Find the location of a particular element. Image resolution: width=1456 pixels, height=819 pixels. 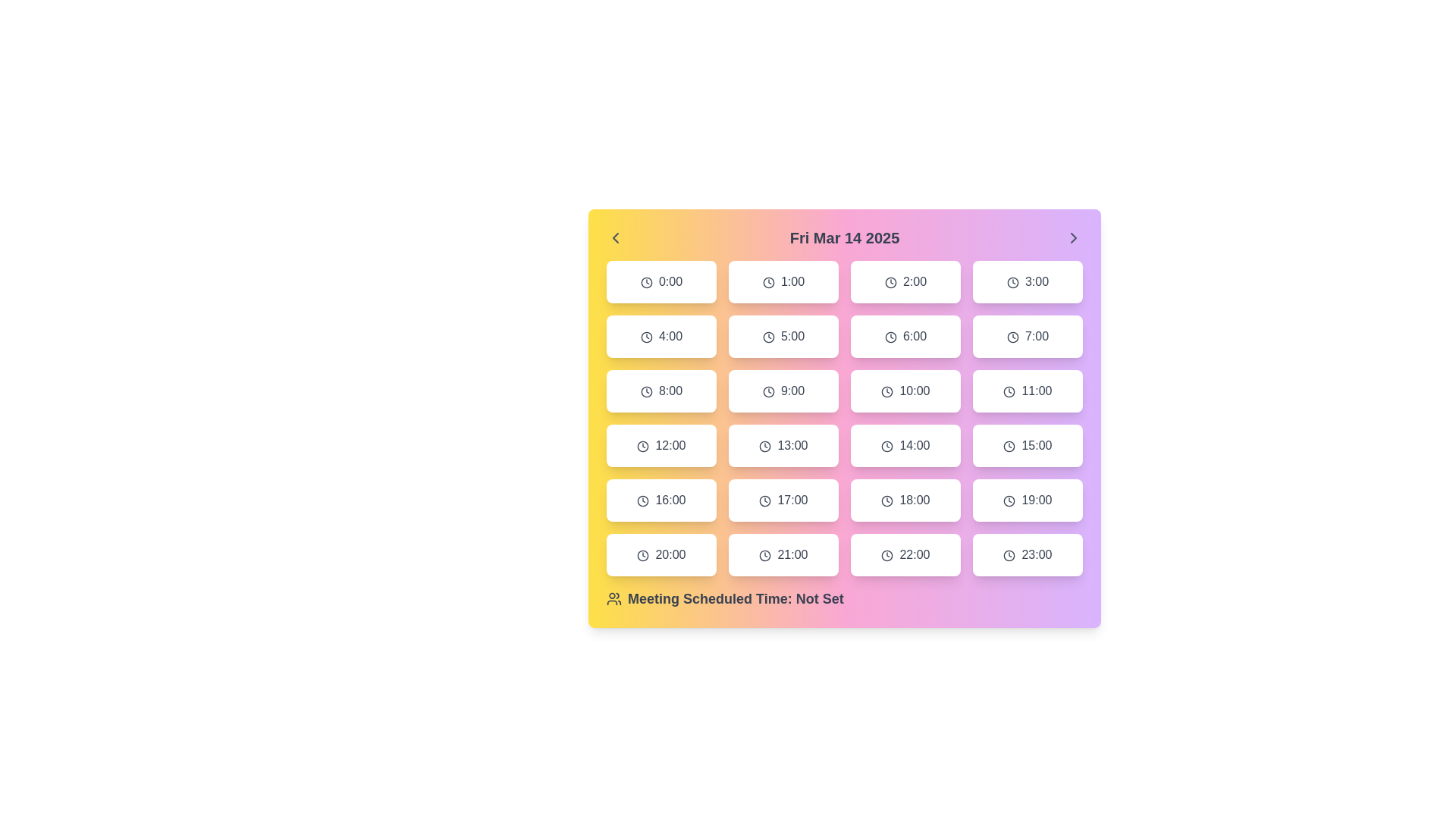

the time icon located inside the button labeled '19:00', which is positioned in the last column of the fourth row of a grid layout, in the bottom-right area of the panel is located at coordinates (1009, 500).